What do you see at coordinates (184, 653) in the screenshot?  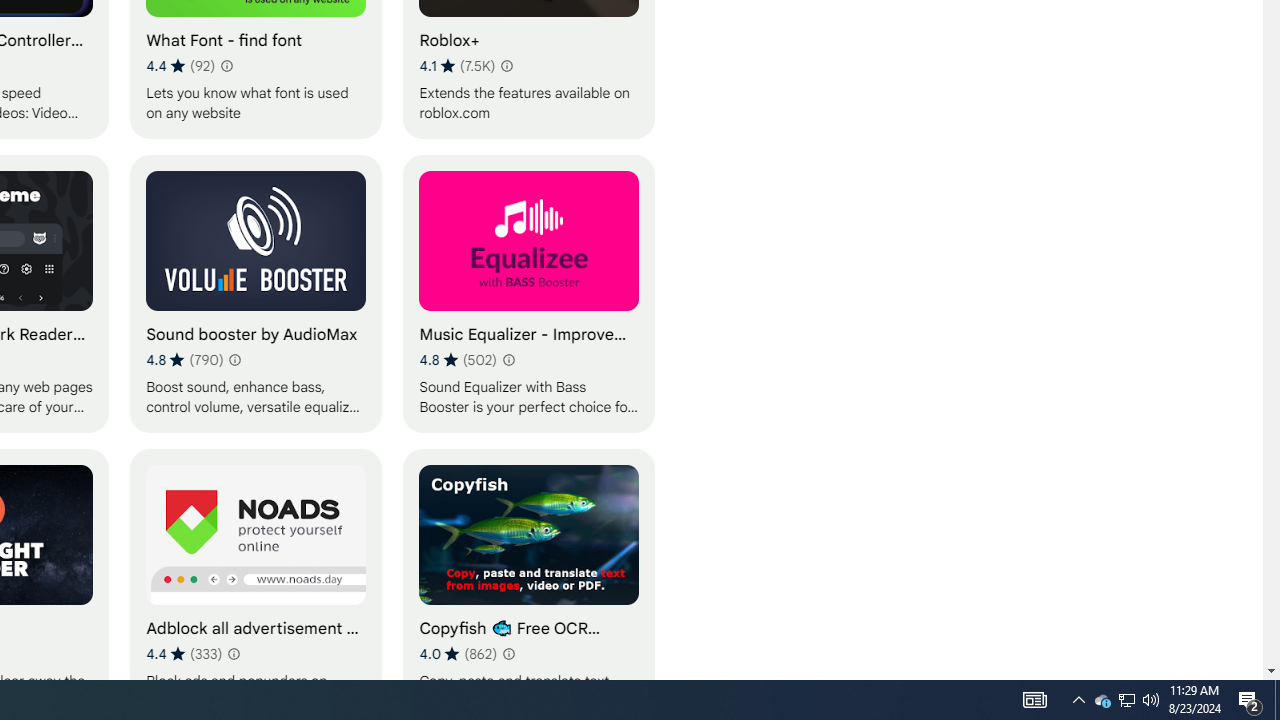 I see `'Average rating 4.4 out of 5 stars. 333 ratings.'` at bounding box center [184, 653].